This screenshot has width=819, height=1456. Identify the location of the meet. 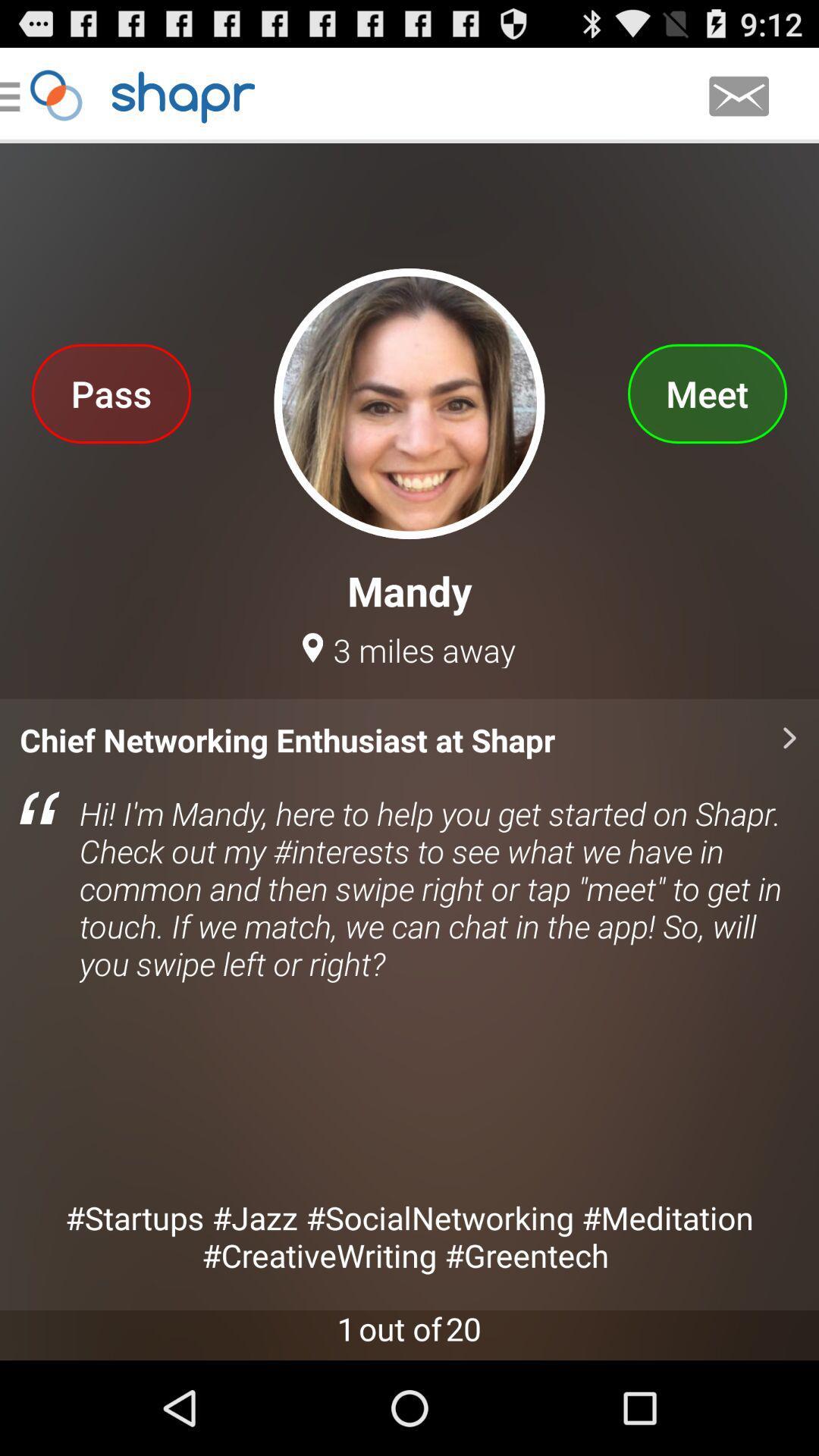
(707, 393).